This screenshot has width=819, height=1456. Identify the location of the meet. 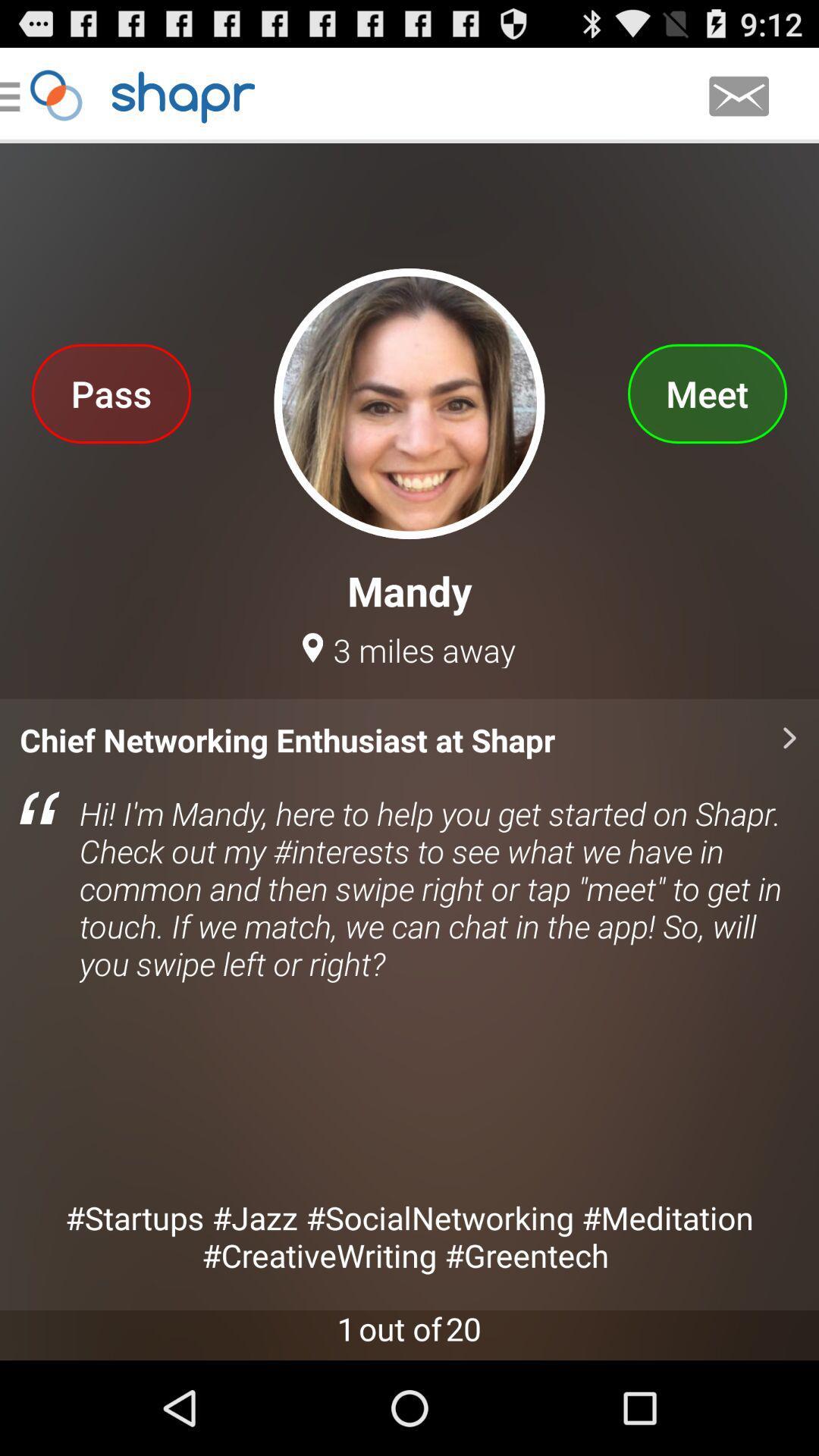
(707, 393).